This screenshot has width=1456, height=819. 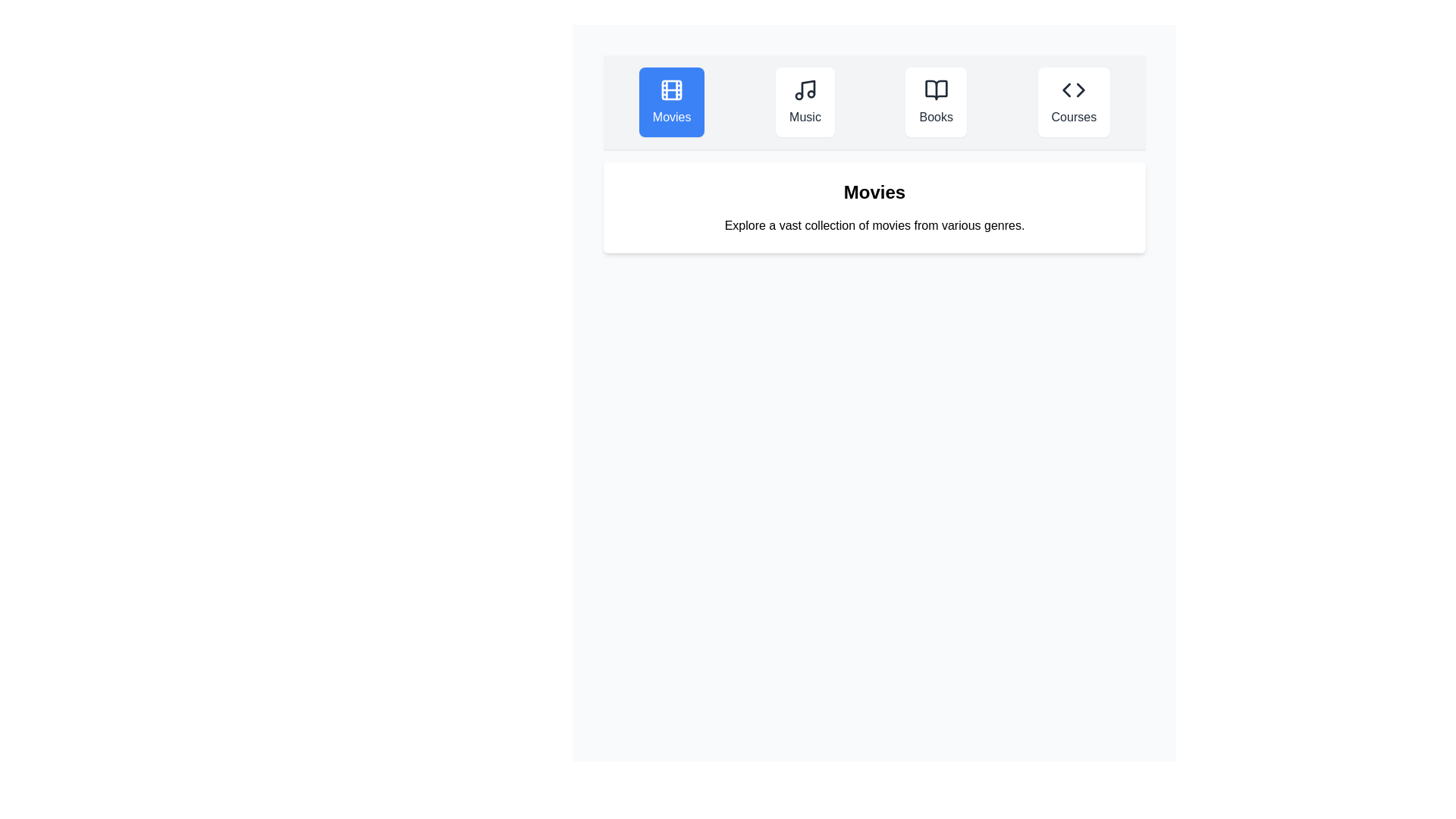 What do you see at coordinates (804, 102) in the screenshot?
I see `the Music tab to view its content` at bounding box center [804, 102].